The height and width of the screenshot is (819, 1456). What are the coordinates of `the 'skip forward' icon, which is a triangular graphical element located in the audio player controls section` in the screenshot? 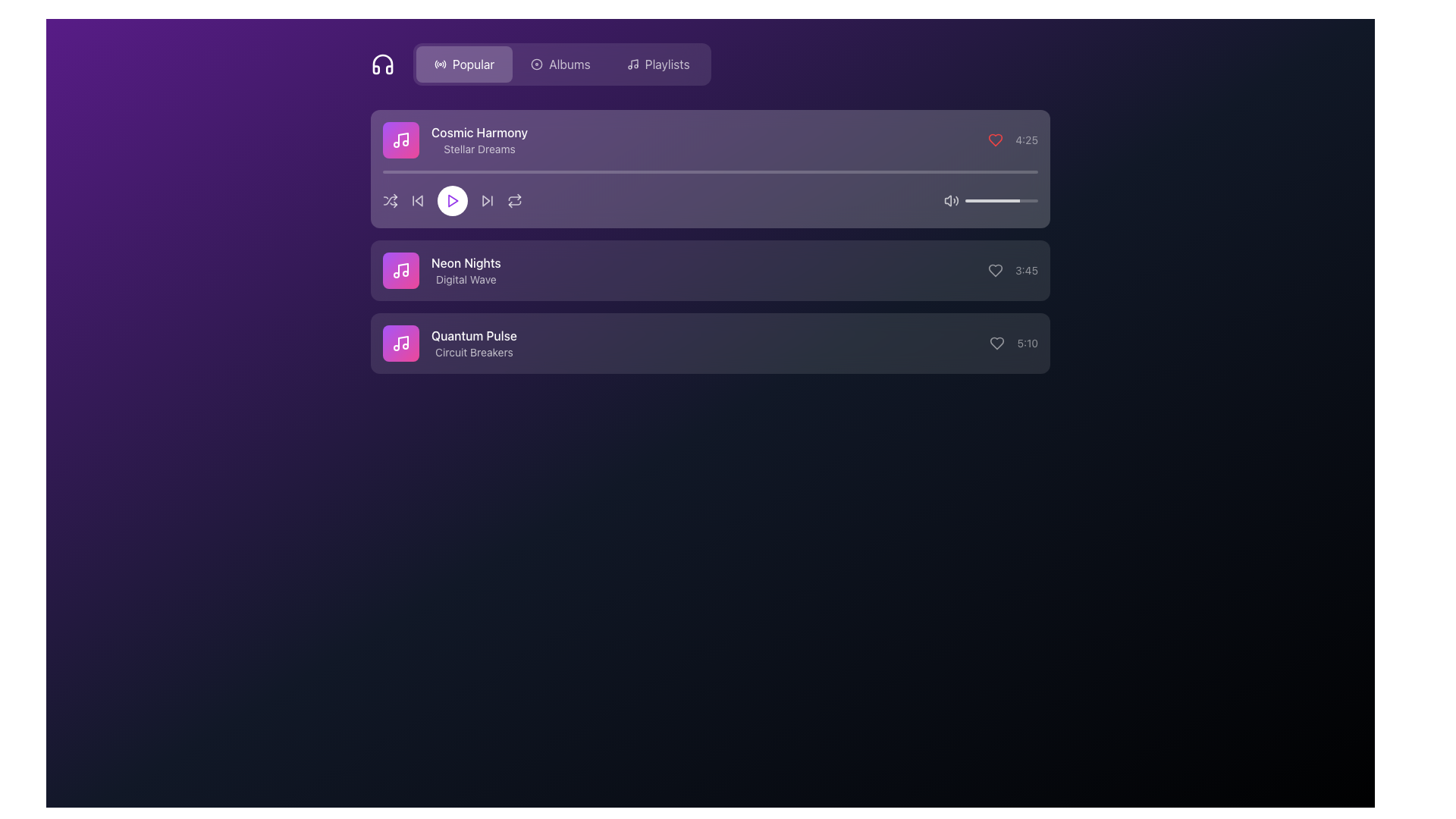 It's located at (486, 200).